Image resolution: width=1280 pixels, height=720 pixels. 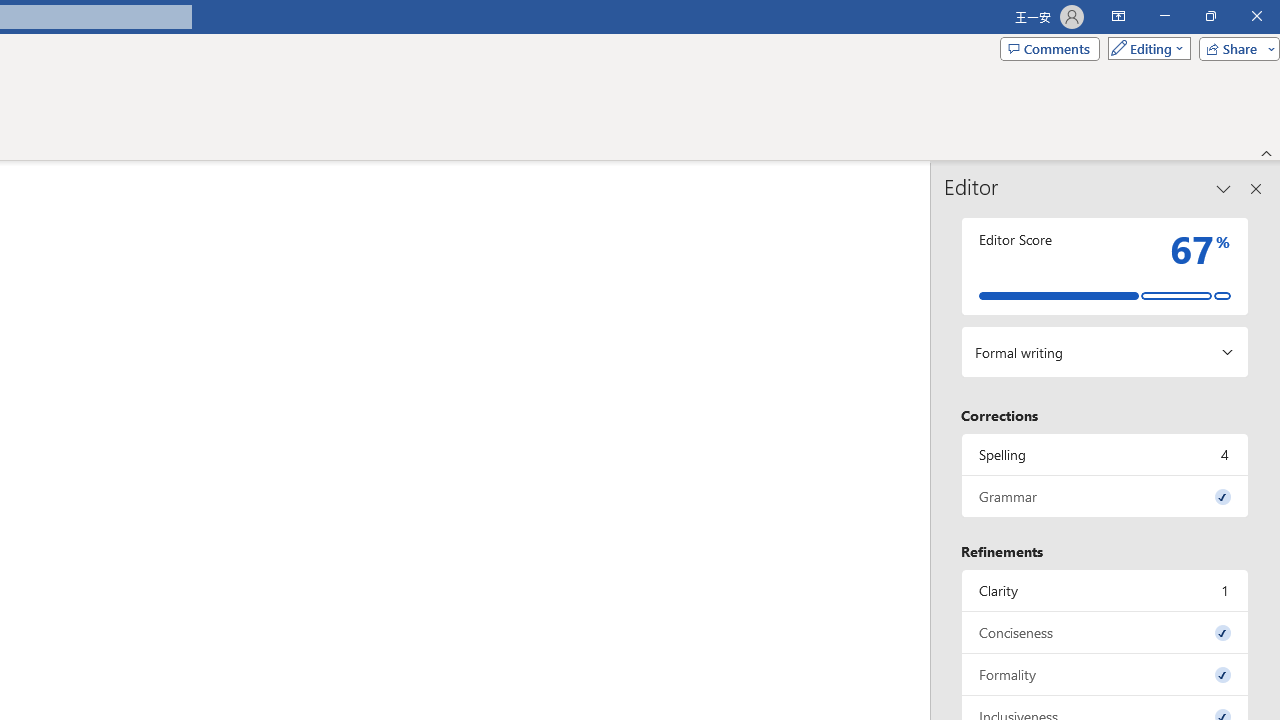 I want to click on 'Editor Score 67%', so click(x=1104, y=265).